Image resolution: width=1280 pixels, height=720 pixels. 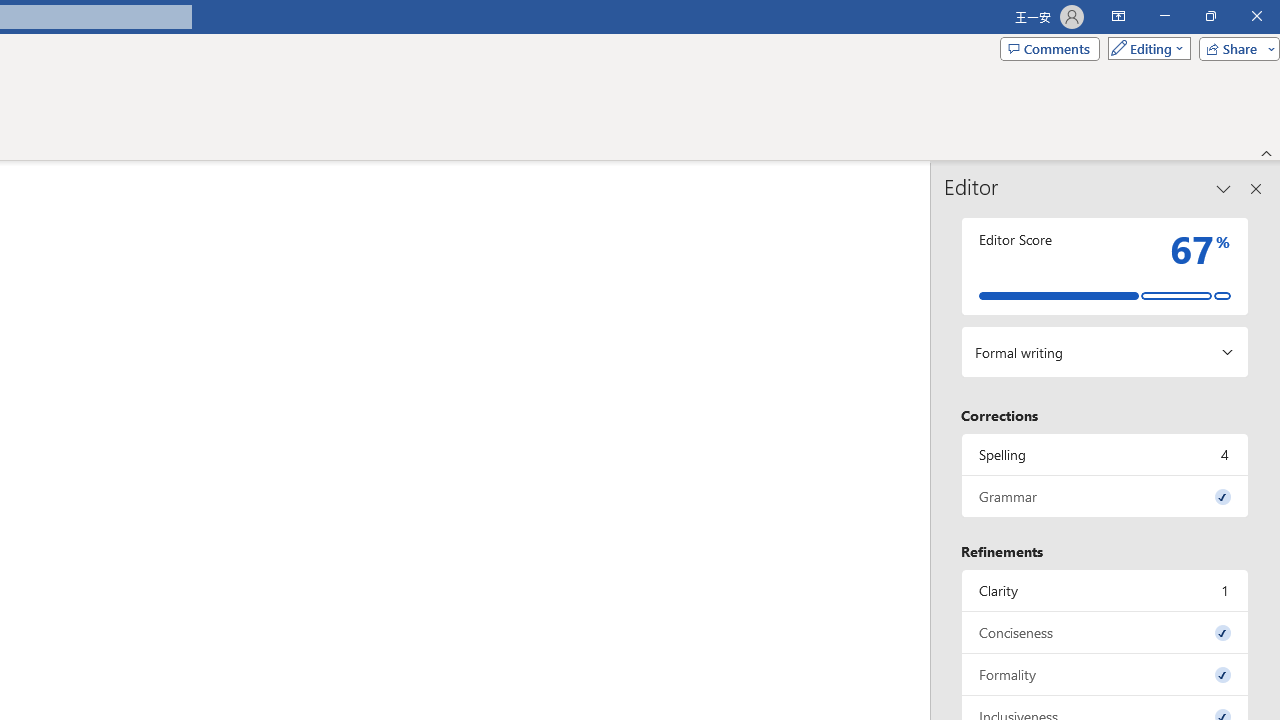 I want to click on 'Editor Score 67%', so click(x=1104, y=265).